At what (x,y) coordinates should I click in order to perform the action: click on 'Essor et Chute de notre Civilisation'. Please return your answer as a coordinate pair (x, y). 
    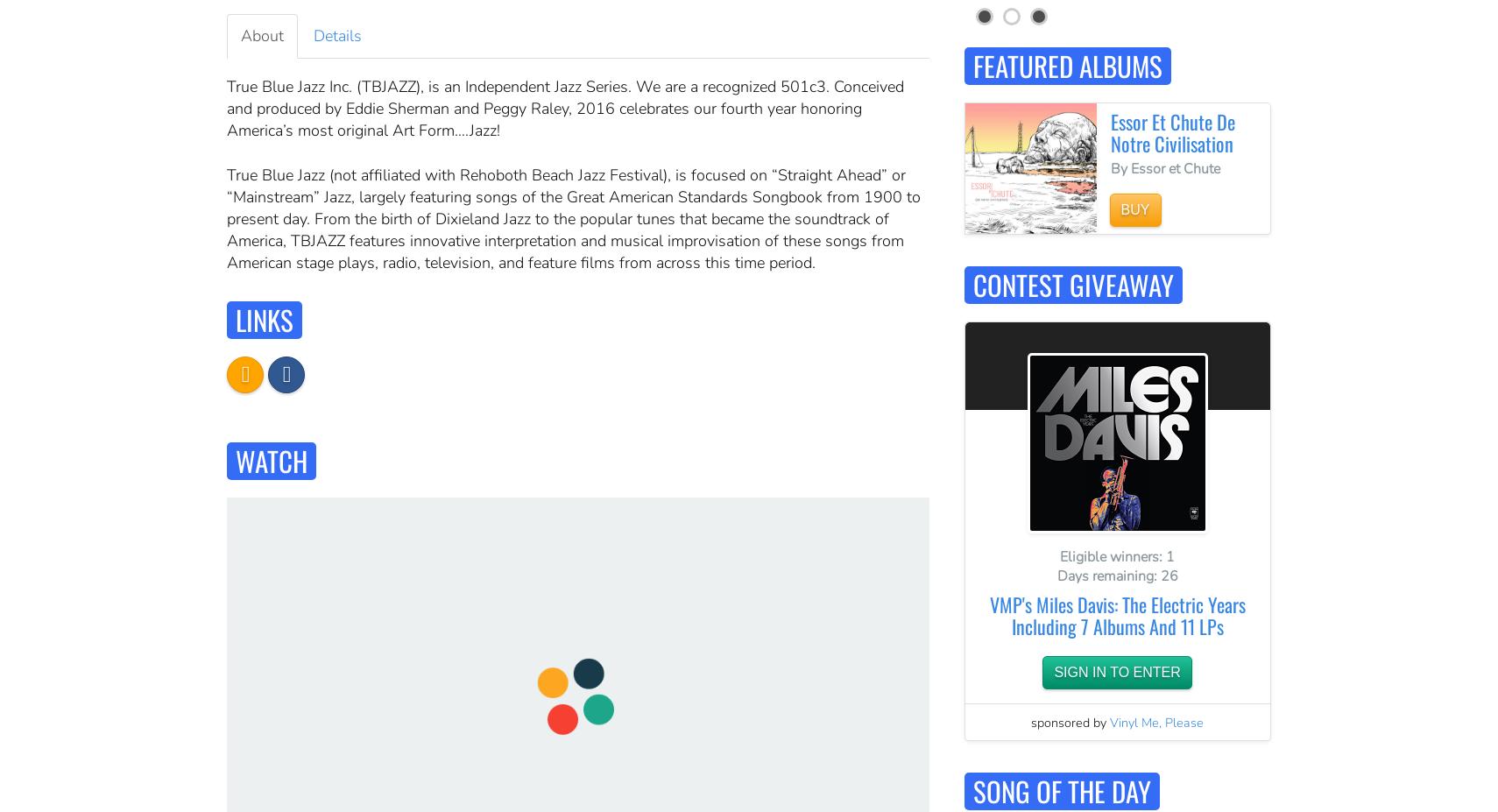
    Looking at the image, I should click on (1172, 131).